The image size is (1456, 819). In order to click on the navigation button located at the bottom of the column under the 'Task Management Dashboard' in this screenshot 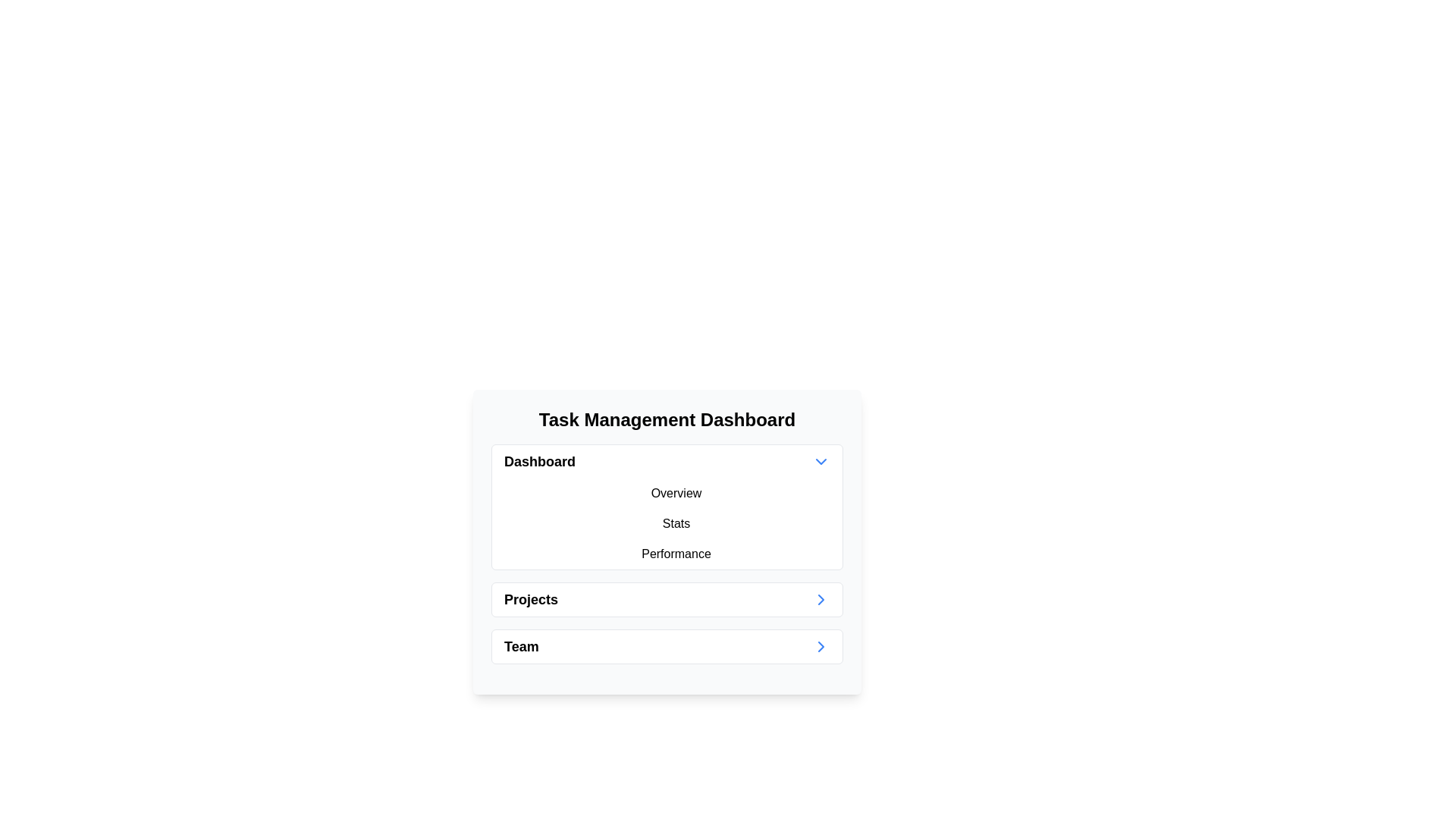, I will do `click(667, 646)`.